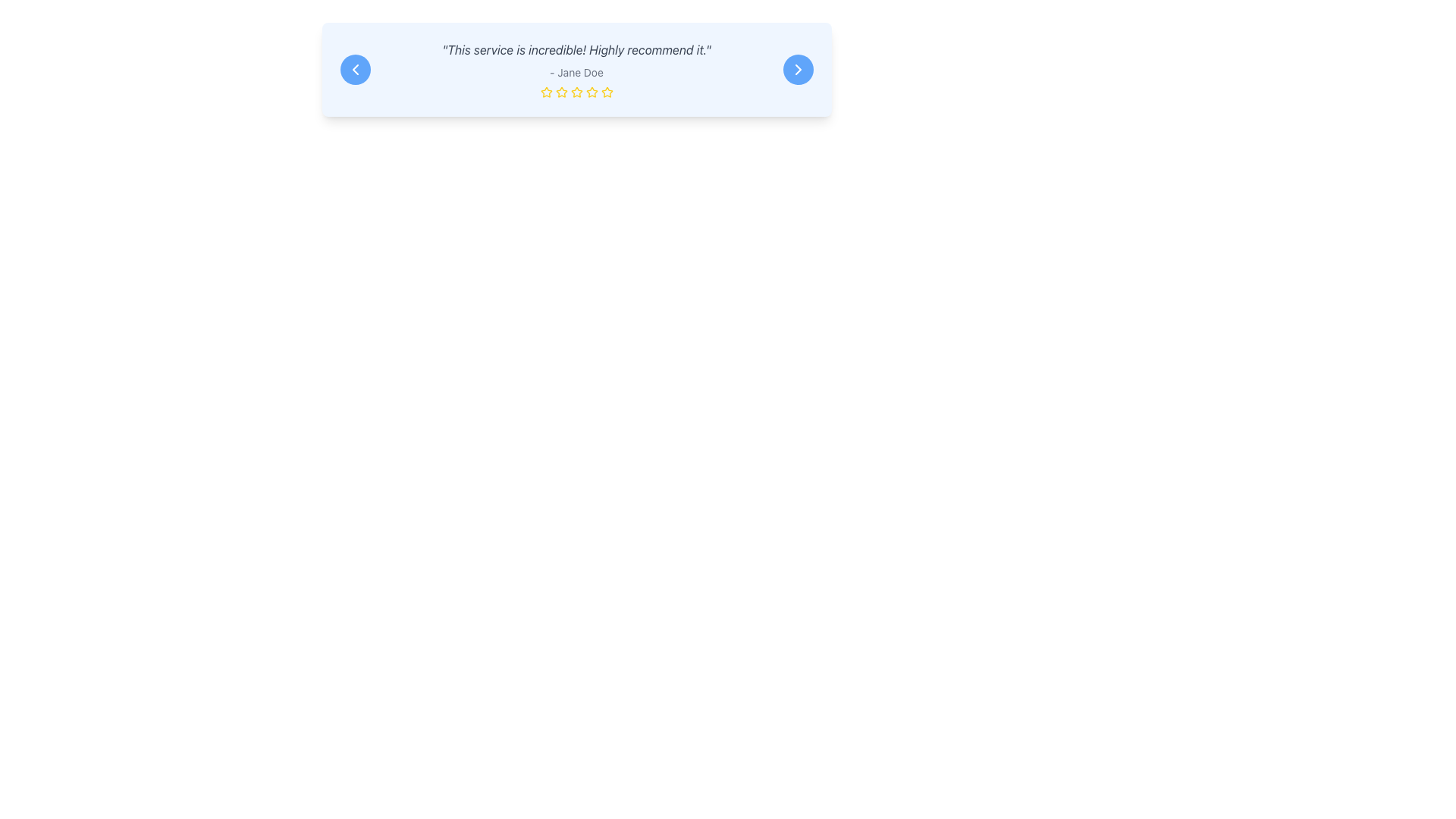  I want to click on the third star icon in the row of five star icons used for rating below the review text and reviewer's name, so click(546, 91).